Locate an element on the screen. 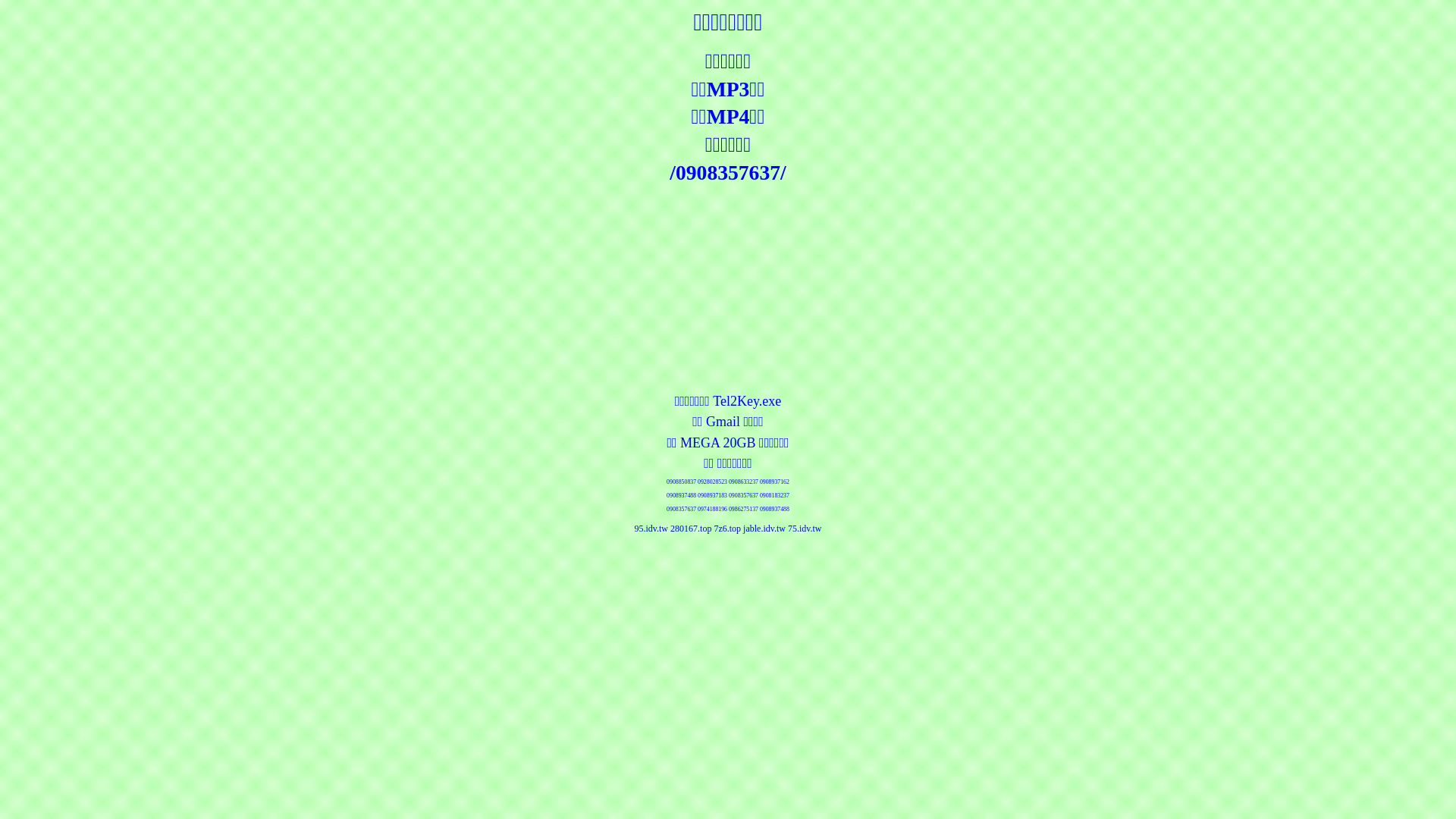 Image resolution: width=1456 pixels, height=819 pixels. '0908937183' is located at coordinates (711, 495).